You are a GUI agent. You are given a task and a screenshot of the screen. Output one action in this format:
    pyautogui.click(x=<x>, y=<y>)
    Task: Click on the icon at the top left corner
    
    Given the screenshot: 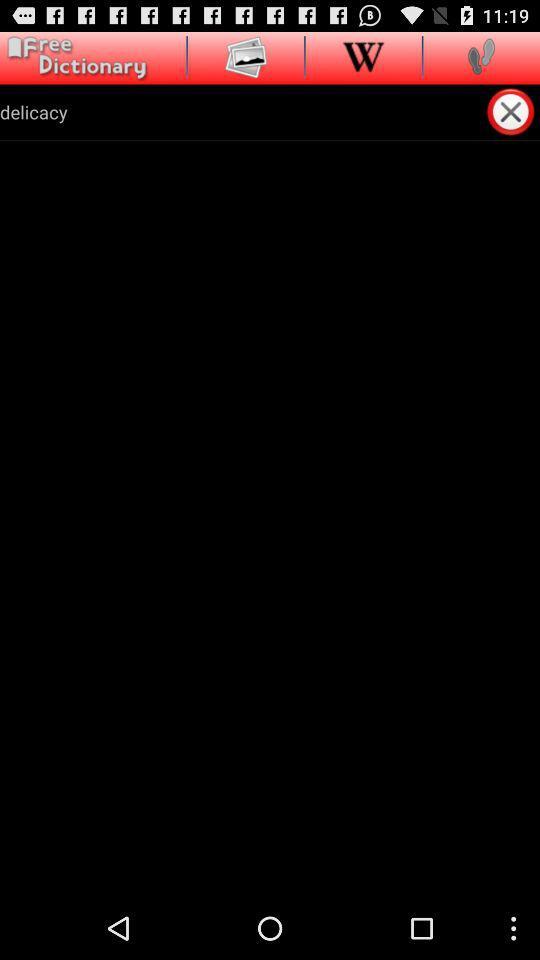 What is the action you would take?
    pyautogui.click(x=73, y=57)
    